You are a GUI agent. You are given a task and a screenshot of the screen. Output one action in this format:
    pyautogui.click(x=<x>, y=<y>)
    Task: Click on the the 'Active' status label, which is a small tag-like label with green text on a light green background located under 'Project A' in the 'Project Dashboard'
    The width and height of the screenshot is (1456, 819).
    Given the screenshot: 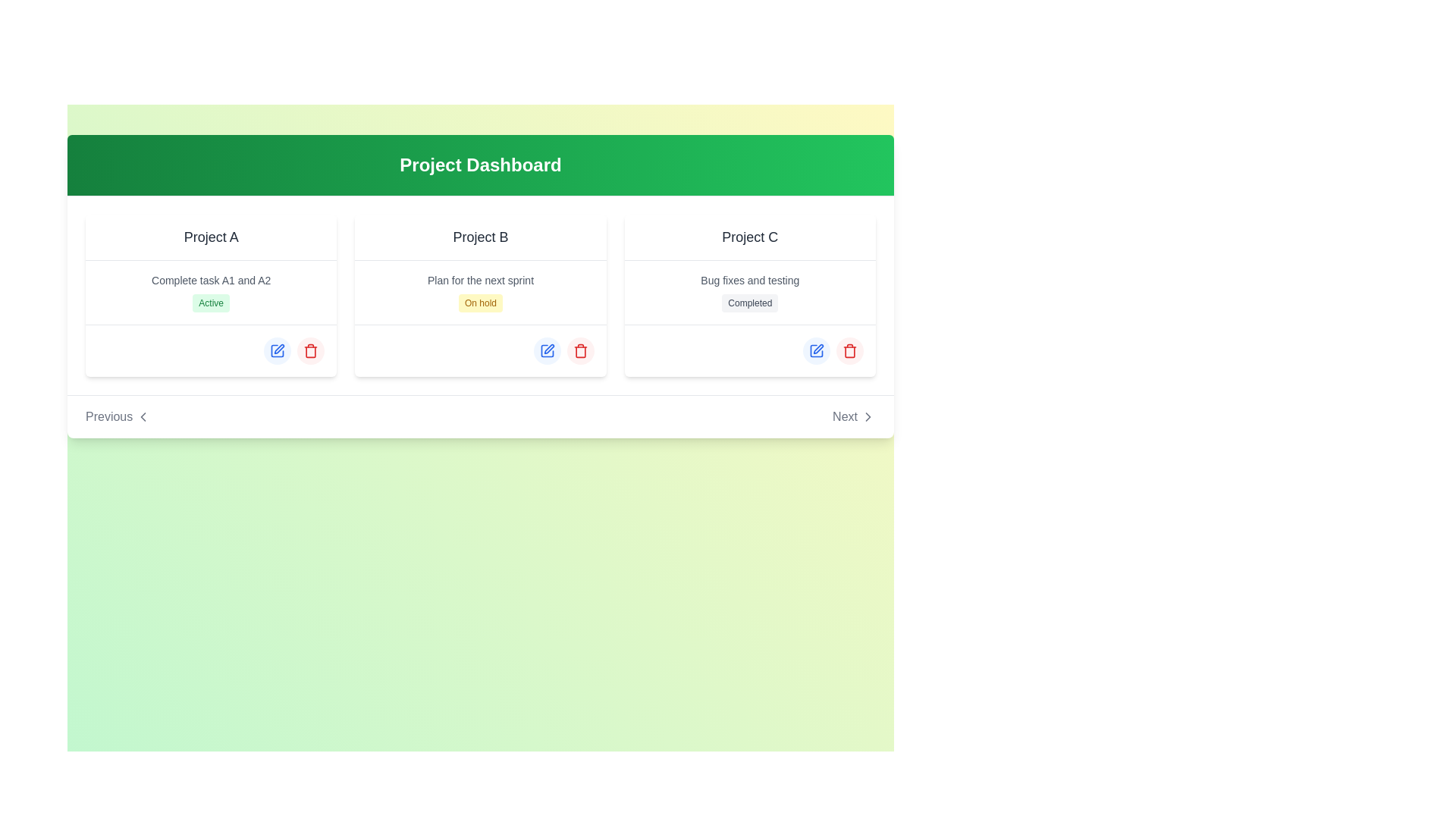 What is the action you would take?
    pyautogui.click(x=210, y=303)
    